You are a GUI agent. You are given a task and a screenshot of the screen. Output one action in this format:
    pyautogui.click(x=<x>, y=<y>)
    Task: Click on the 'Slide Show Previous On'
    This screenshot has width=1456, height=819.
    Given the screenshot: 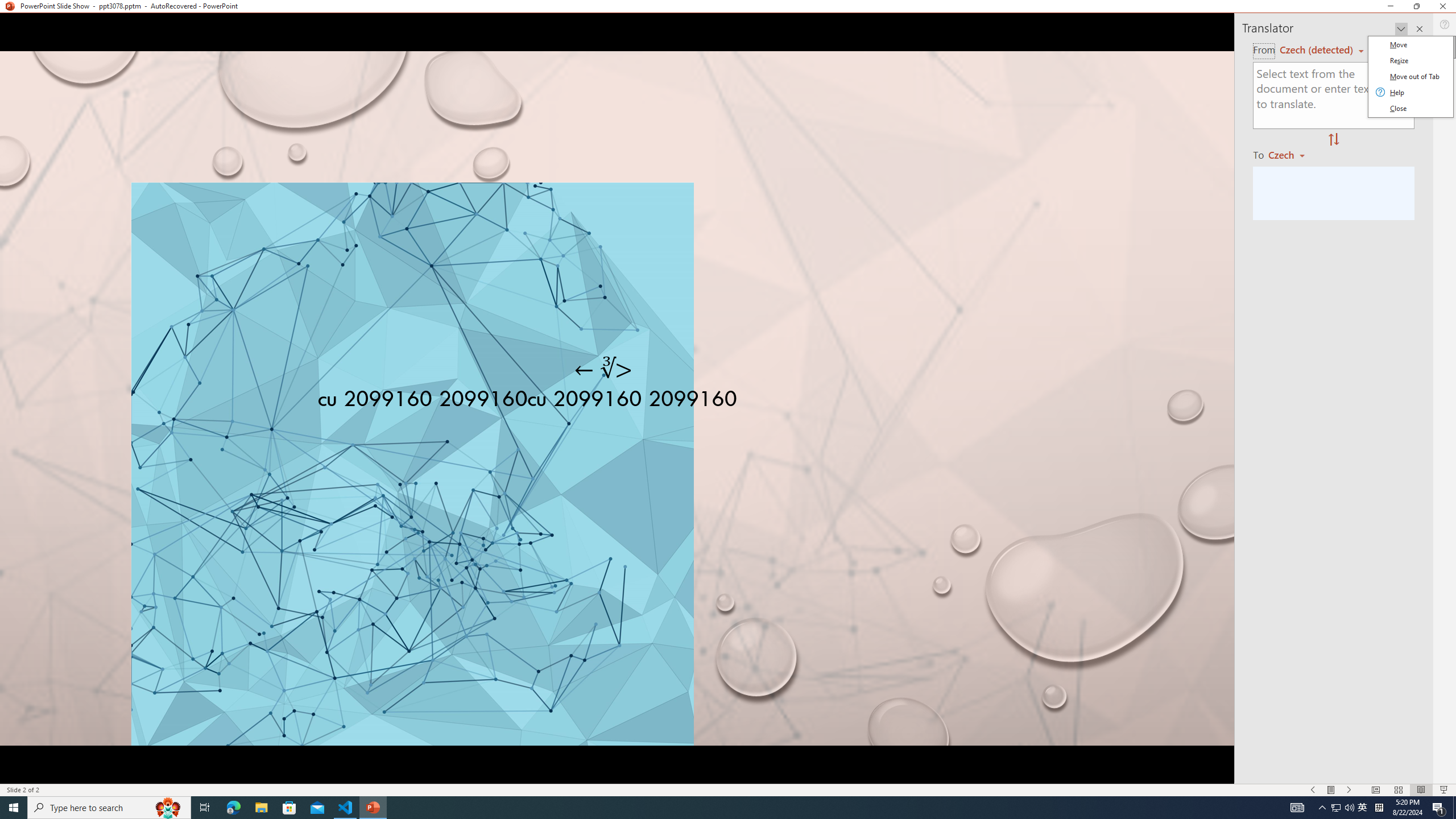 What is the action you would take?
    pyautogui.click(x=1313, y=790)
    